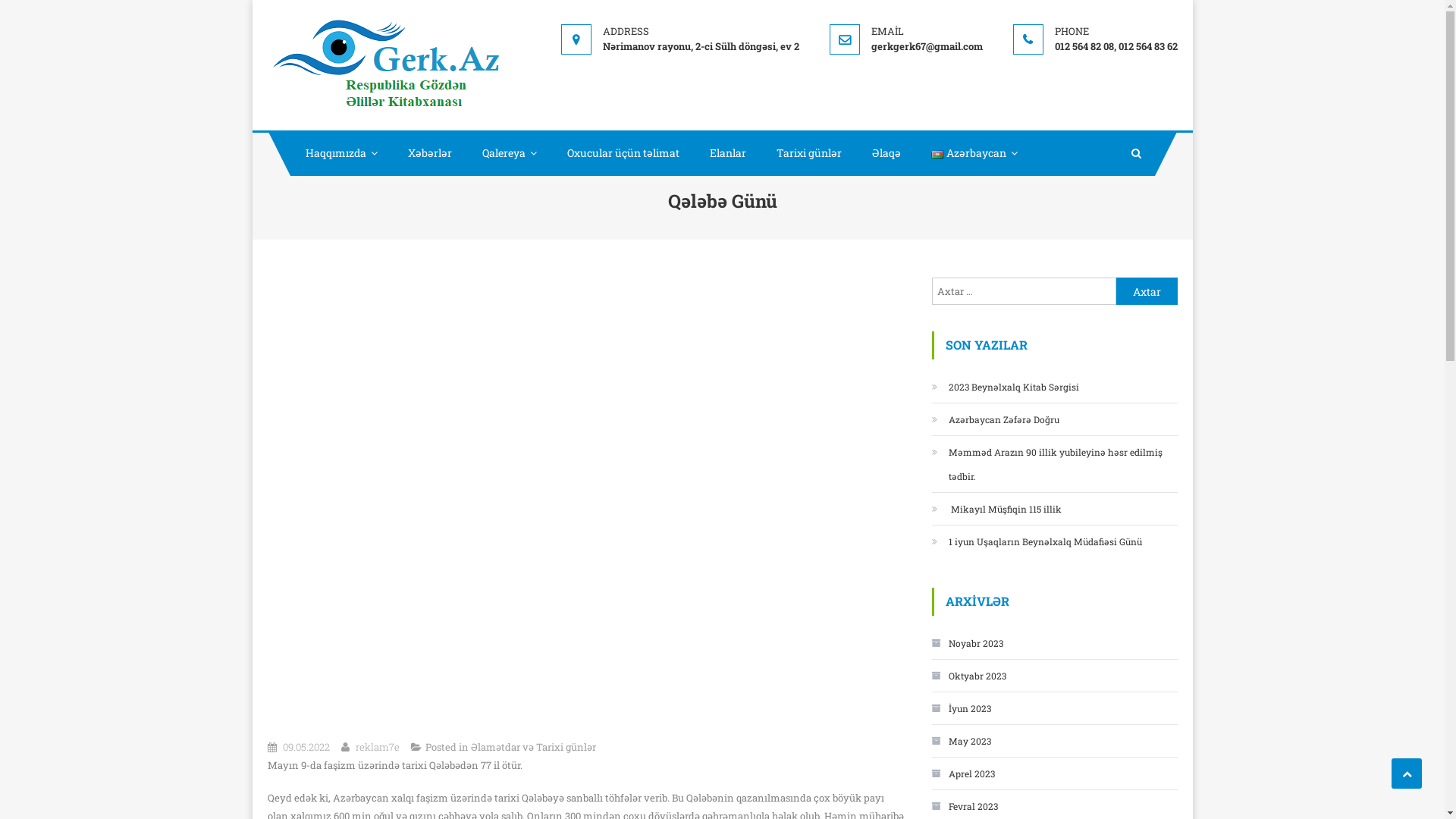 The image size is (1456, 819). What do you see at coordinates (960, 739) in the screenshot?
I see `'May 2023'` at bounding box center [960, 739].